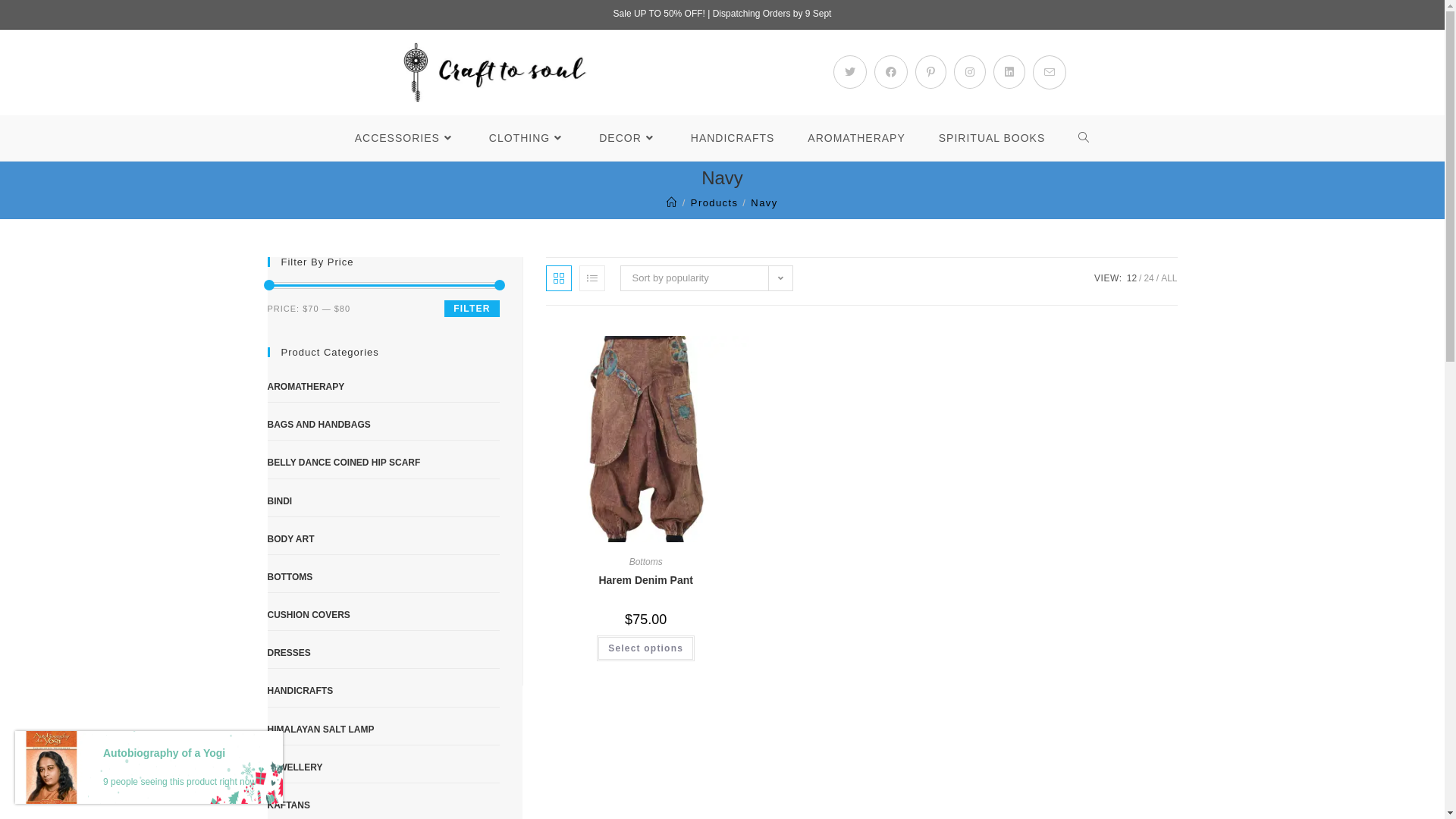 This screenshot has height=819, width=1456. Describe the element at coordinates (645, 648) in the screenshot. I see `'Select options'` at that location.